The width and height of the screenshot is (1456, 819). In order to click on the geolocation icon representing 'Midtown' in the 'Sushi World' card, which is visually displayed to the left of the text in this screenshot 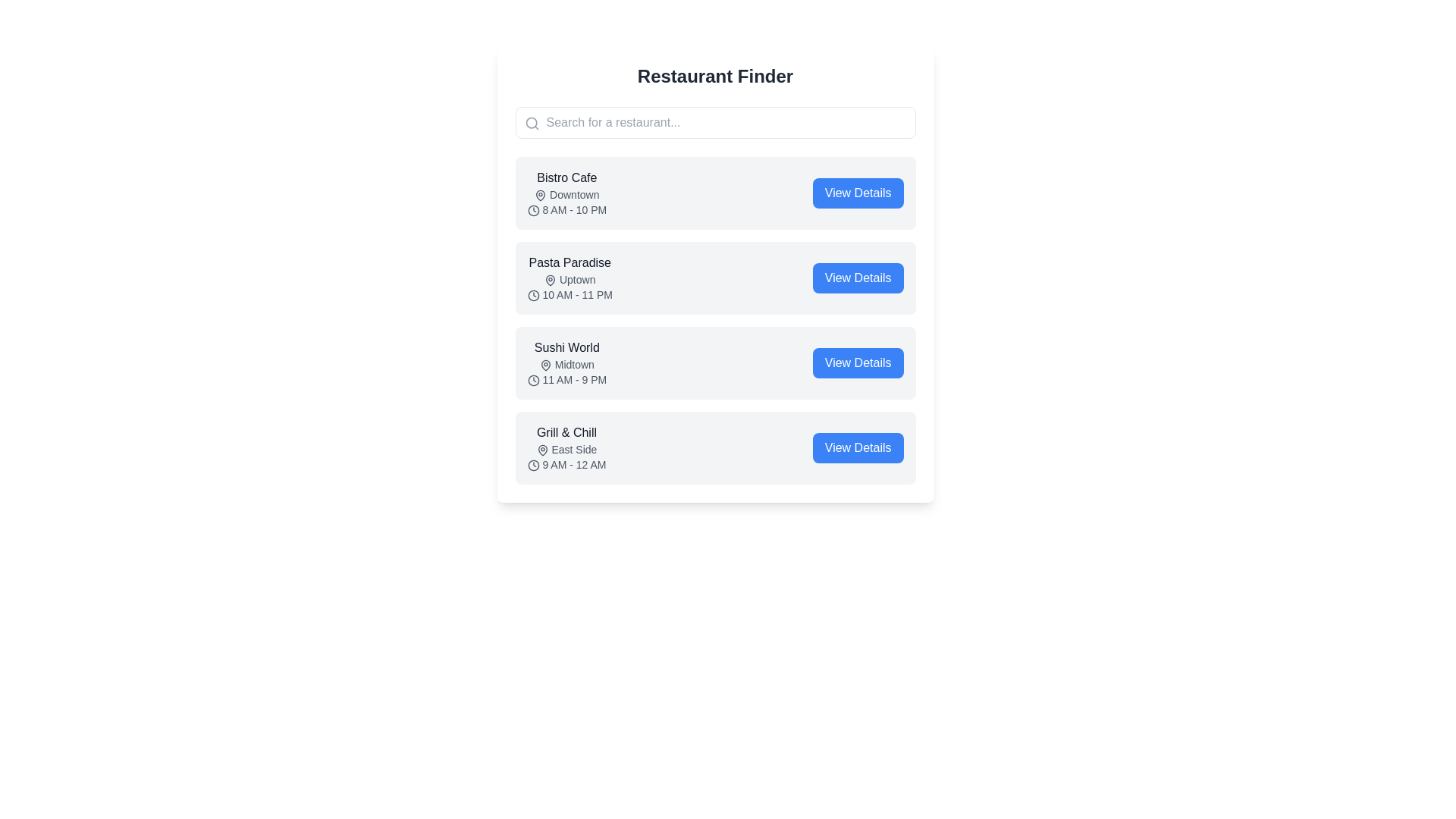, I will do `click(545, 366)`.